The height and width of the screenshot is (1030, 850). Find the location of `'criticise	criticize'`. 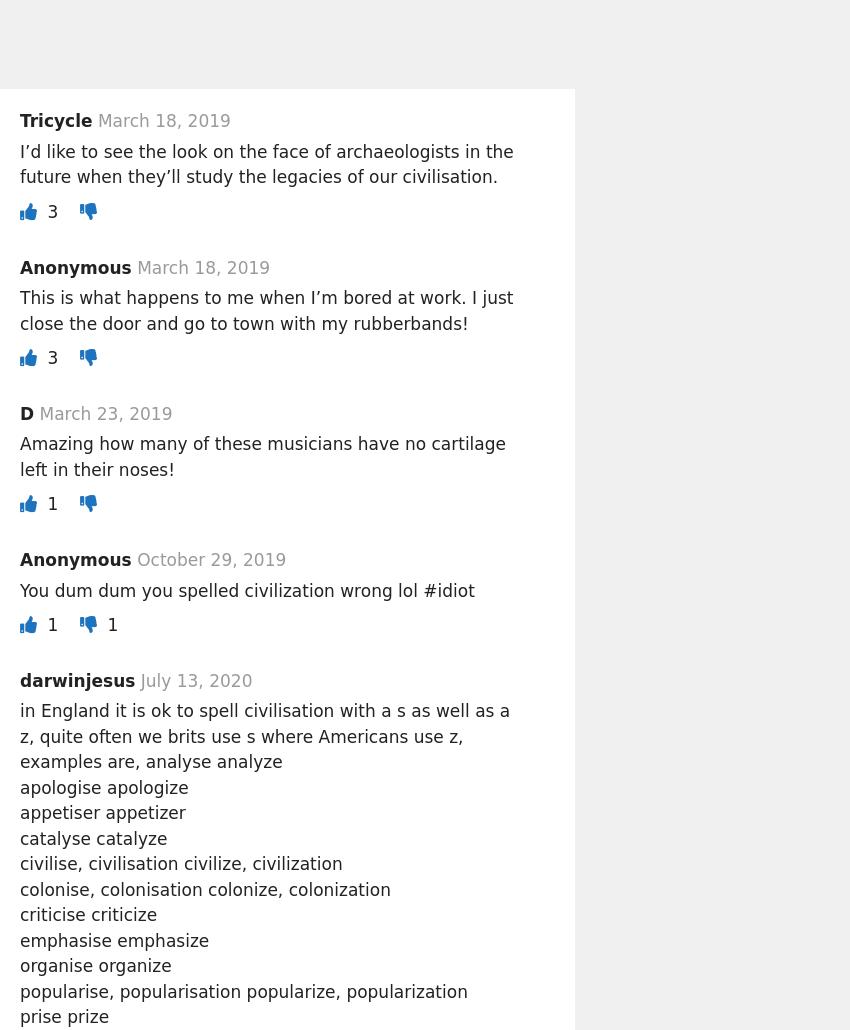

'criticise	criticize' is located at coordinates (87, 914).